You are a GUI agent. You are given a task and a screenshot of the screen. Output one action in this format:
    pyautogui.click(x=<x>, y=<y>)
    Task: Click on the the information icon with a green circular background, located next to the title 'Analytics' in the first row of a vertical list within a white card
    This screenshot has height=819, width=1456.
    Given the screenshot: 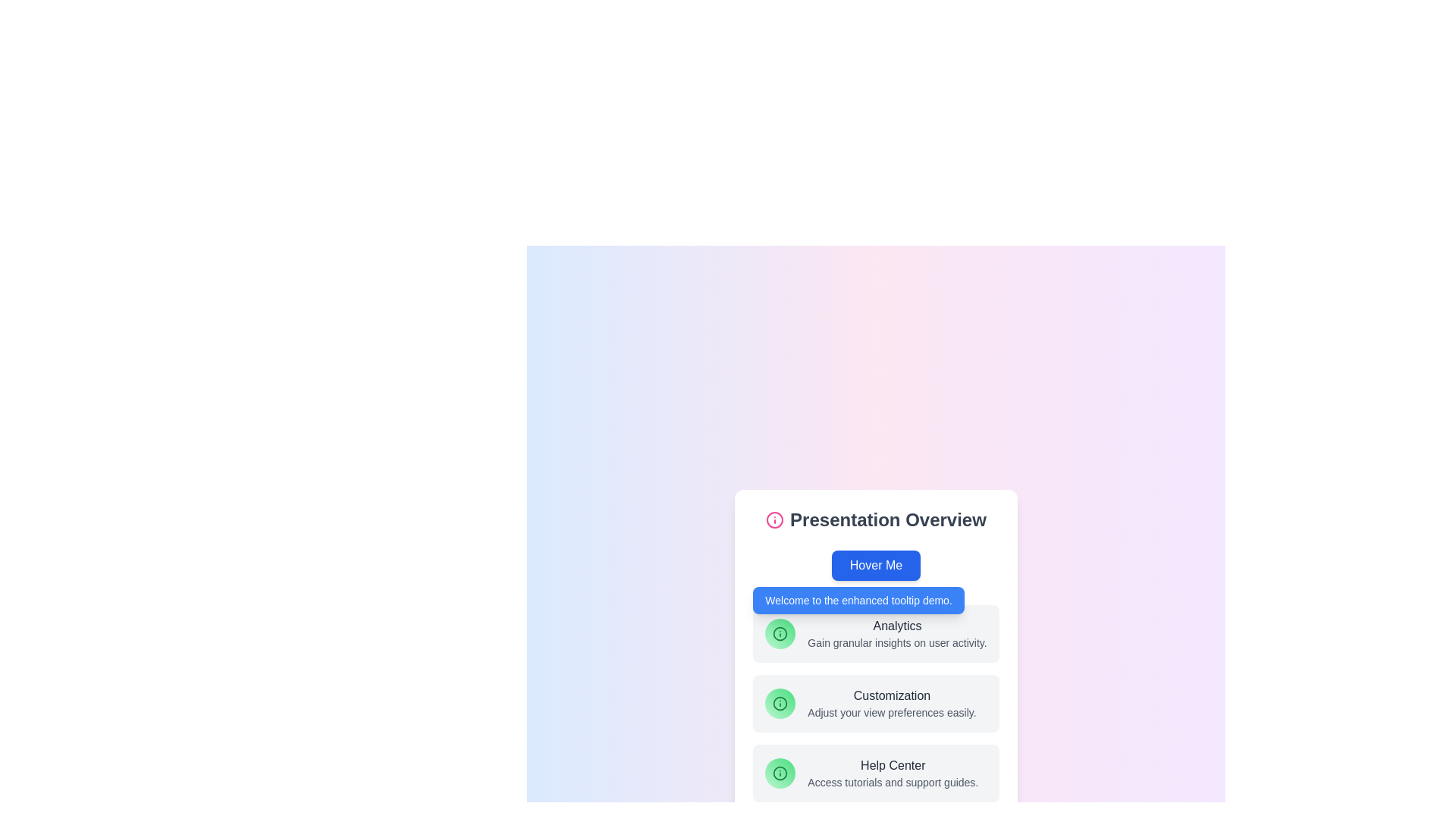 What is the action you would take?
    pyautogui.click(x=780, y=634)
    